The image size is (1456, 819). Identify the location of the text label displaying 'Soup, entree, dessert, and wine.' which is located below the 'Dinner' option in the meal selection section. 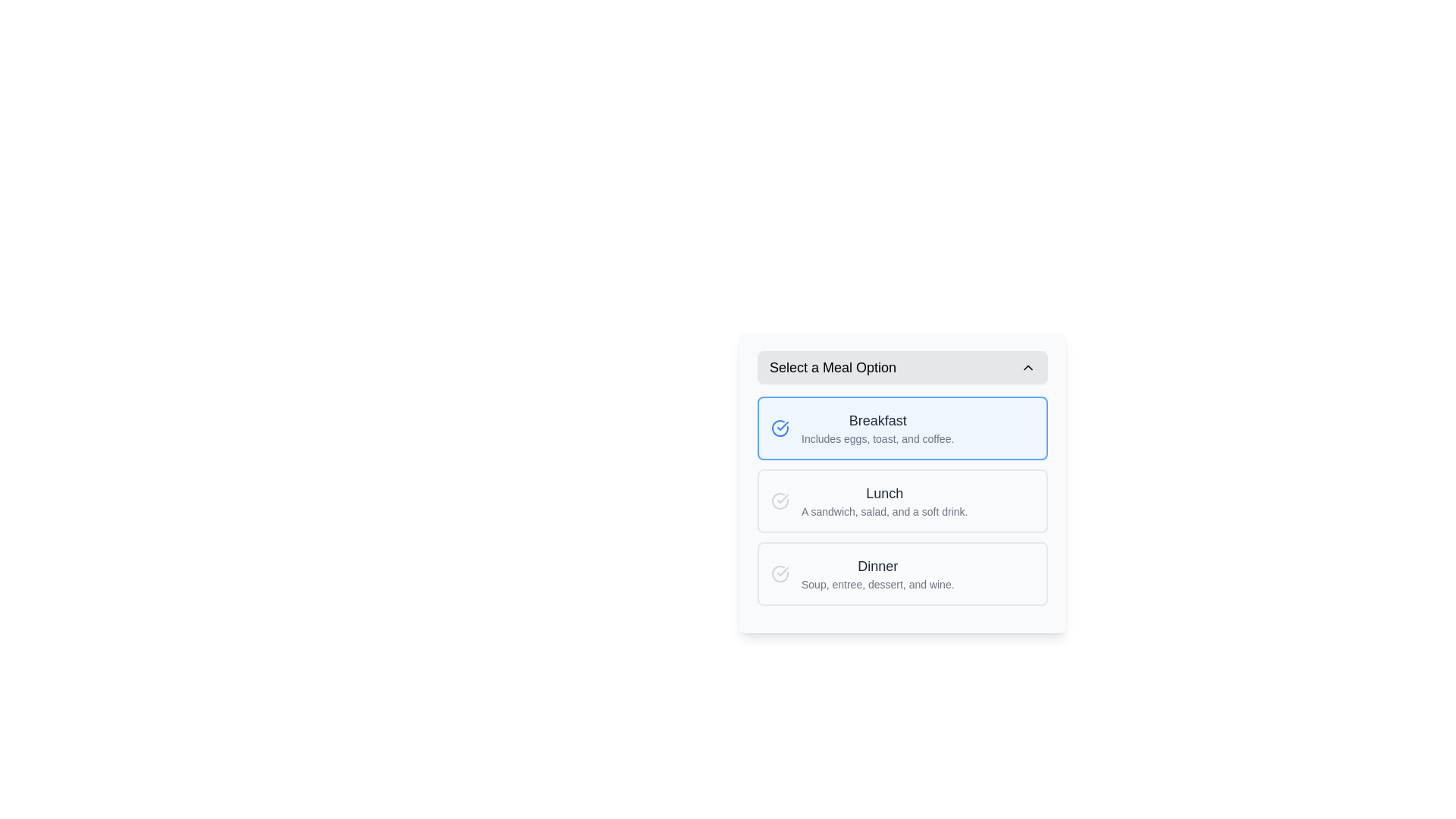
(877, 584).